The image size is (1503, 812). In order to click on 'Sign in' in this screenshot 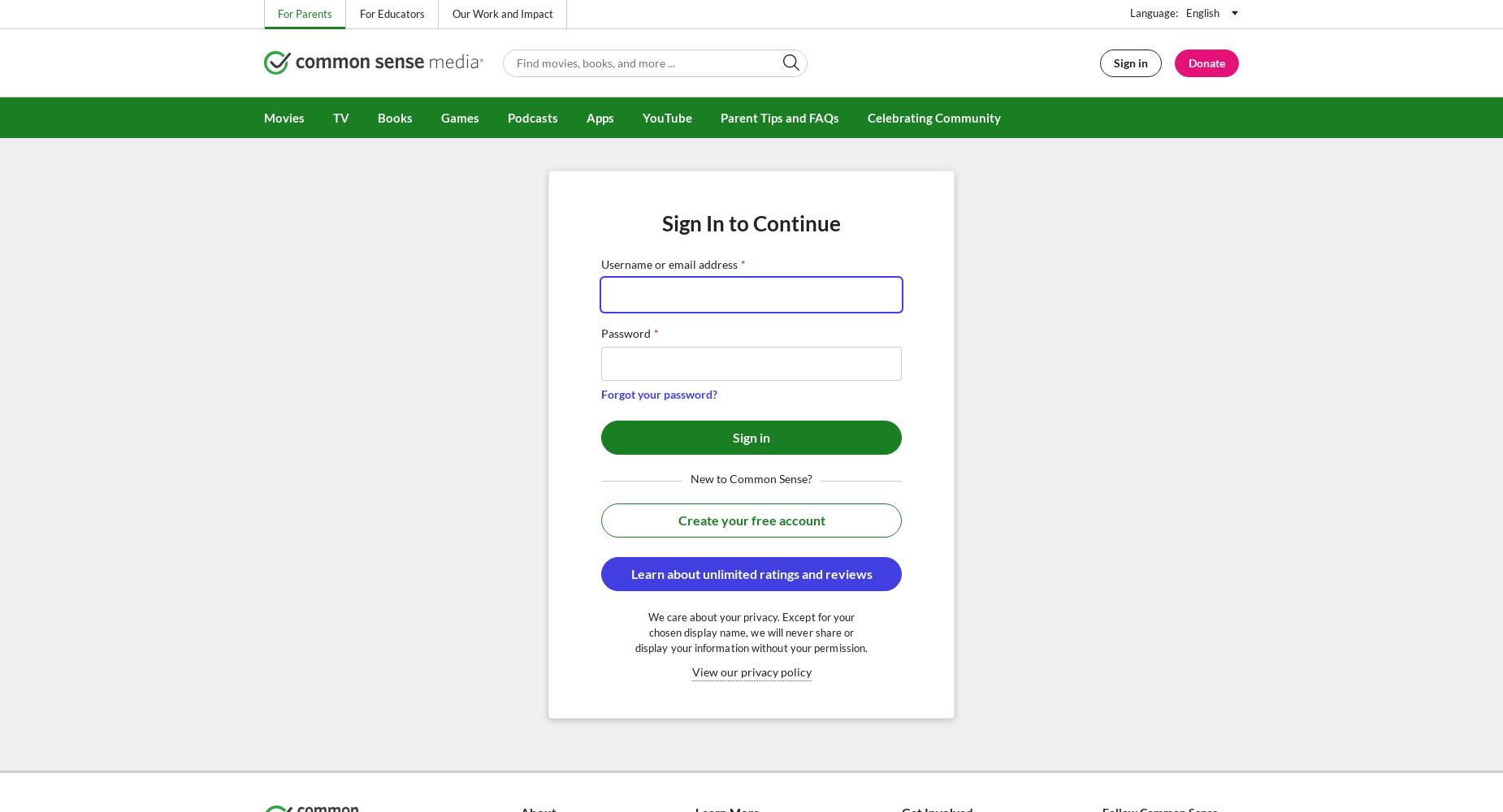, I will do `click(1130, 61)`.